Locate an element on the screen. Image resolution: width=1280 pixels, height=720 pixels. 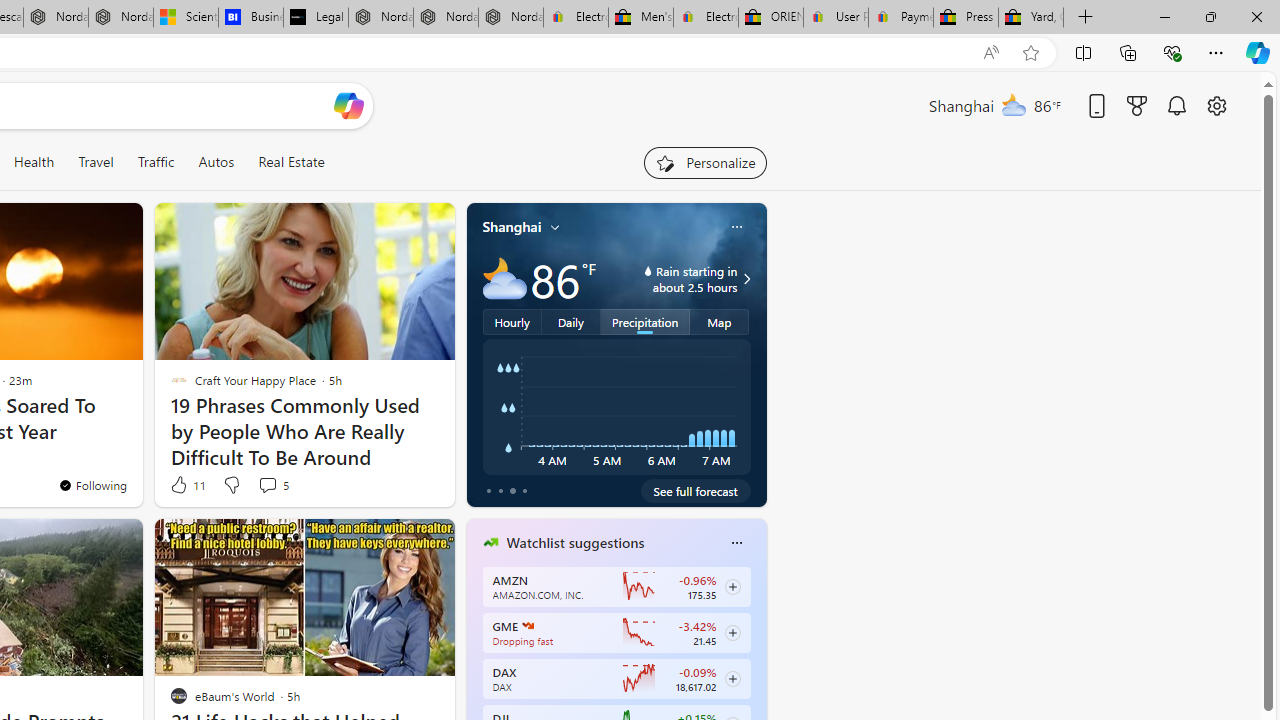
'You' is located at coordinates (91, 485).